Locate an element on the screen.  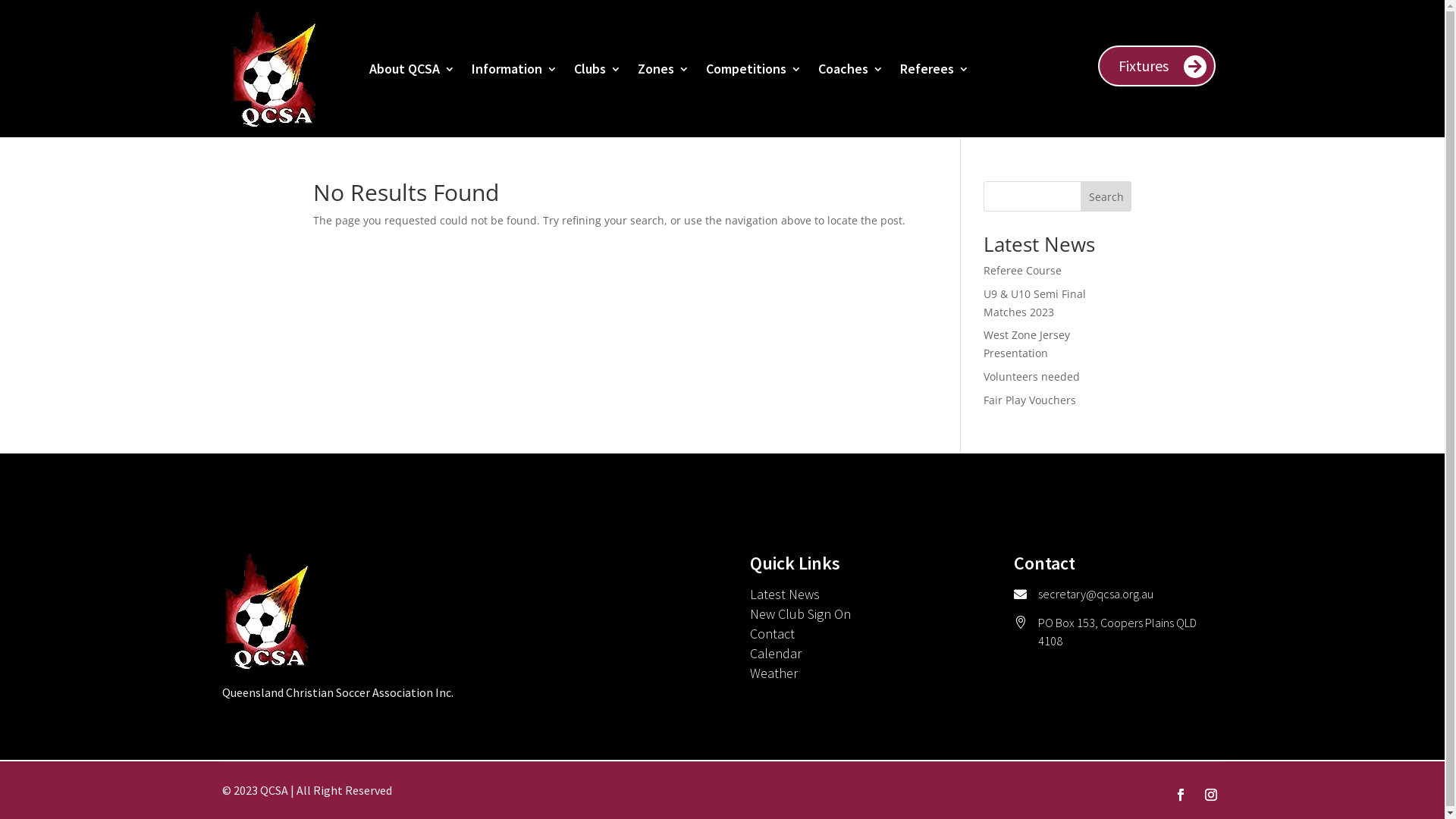
'New Club Sign On' is located at coordinates (799, 613).